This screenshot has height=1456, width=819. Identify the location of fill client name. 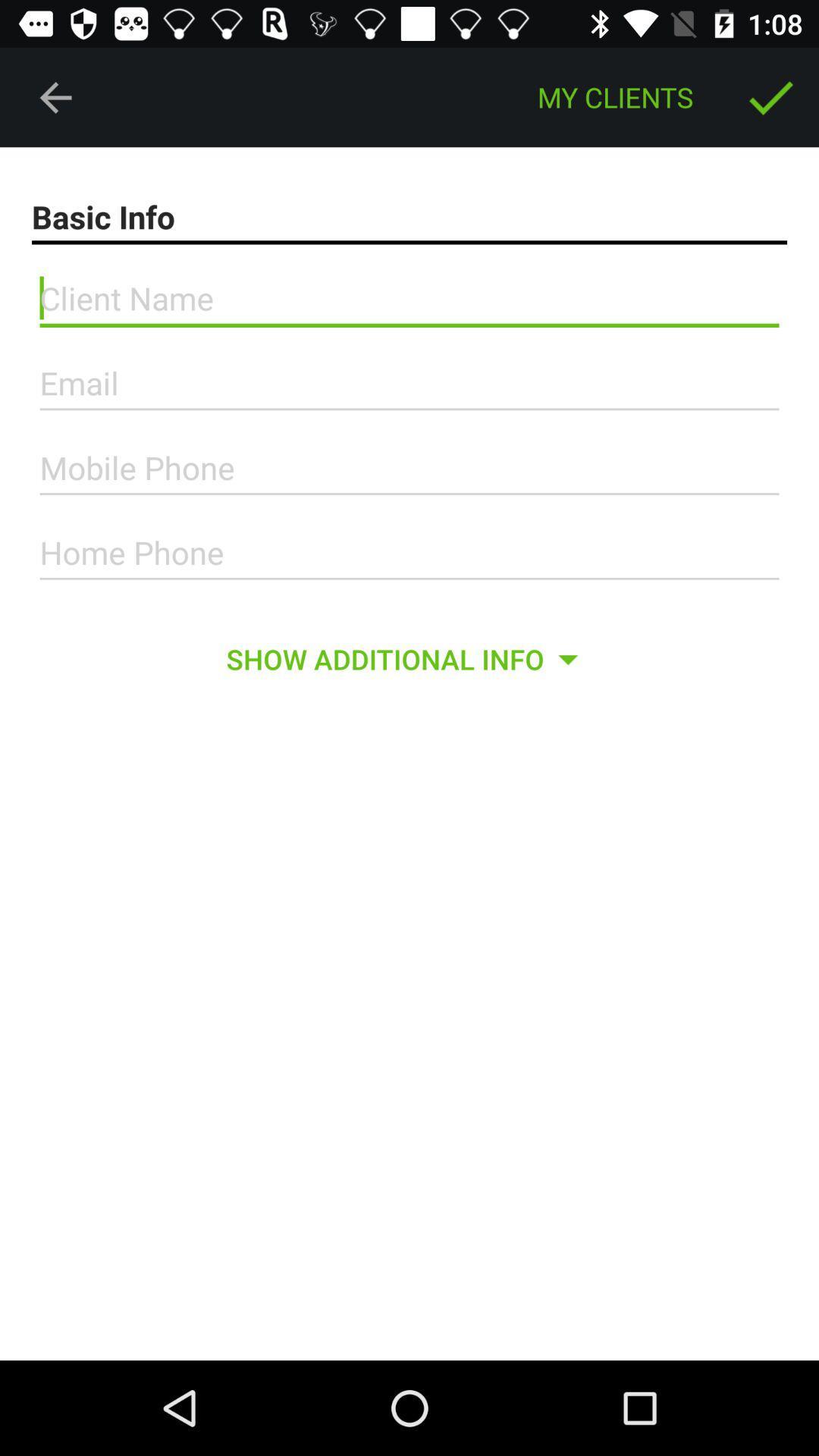
(409, 299).